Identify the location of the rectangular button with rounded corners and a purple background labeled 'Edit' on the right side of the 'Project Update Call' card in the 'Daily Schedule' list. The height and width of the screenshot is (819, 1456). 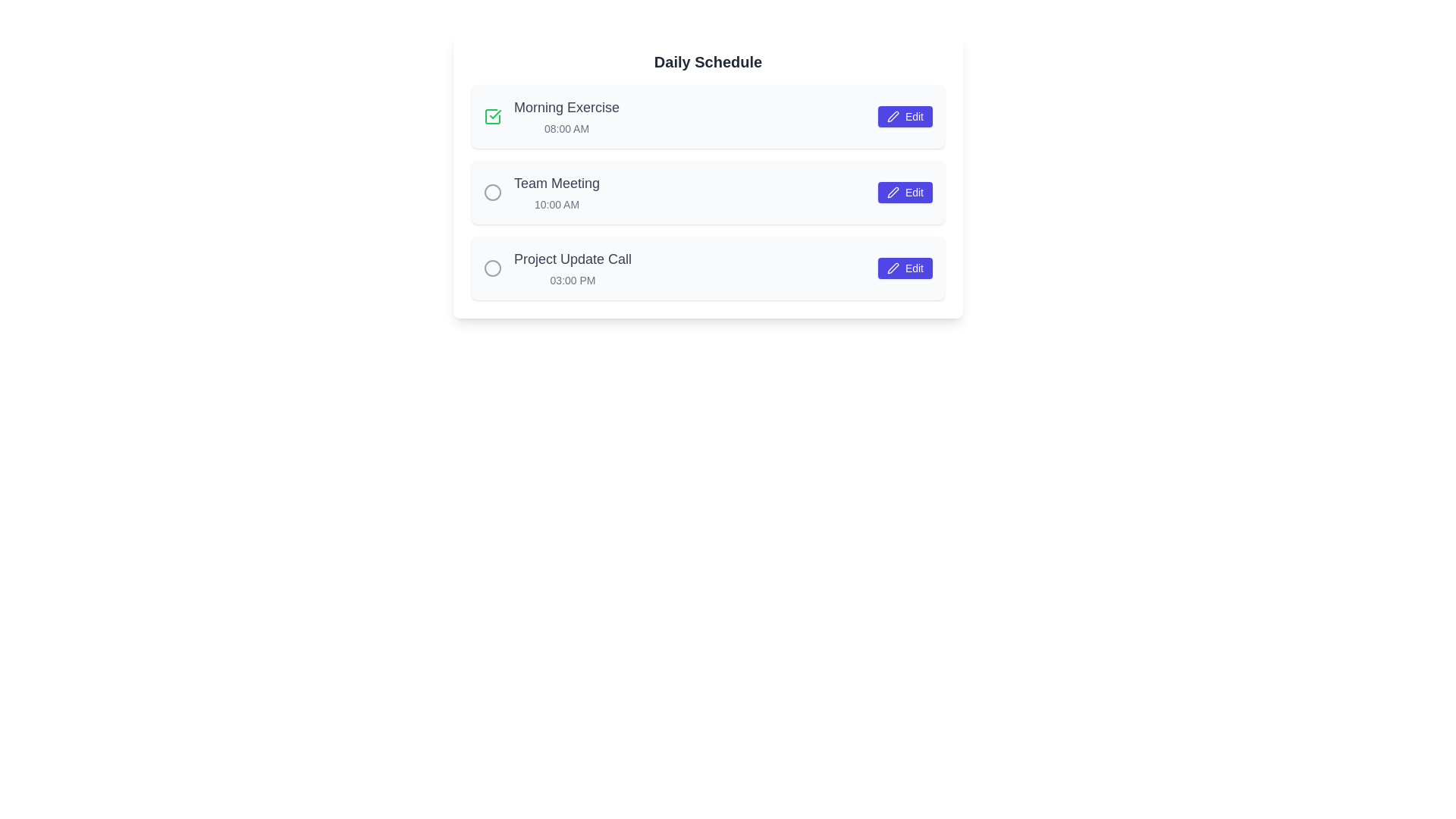
(905, 268).